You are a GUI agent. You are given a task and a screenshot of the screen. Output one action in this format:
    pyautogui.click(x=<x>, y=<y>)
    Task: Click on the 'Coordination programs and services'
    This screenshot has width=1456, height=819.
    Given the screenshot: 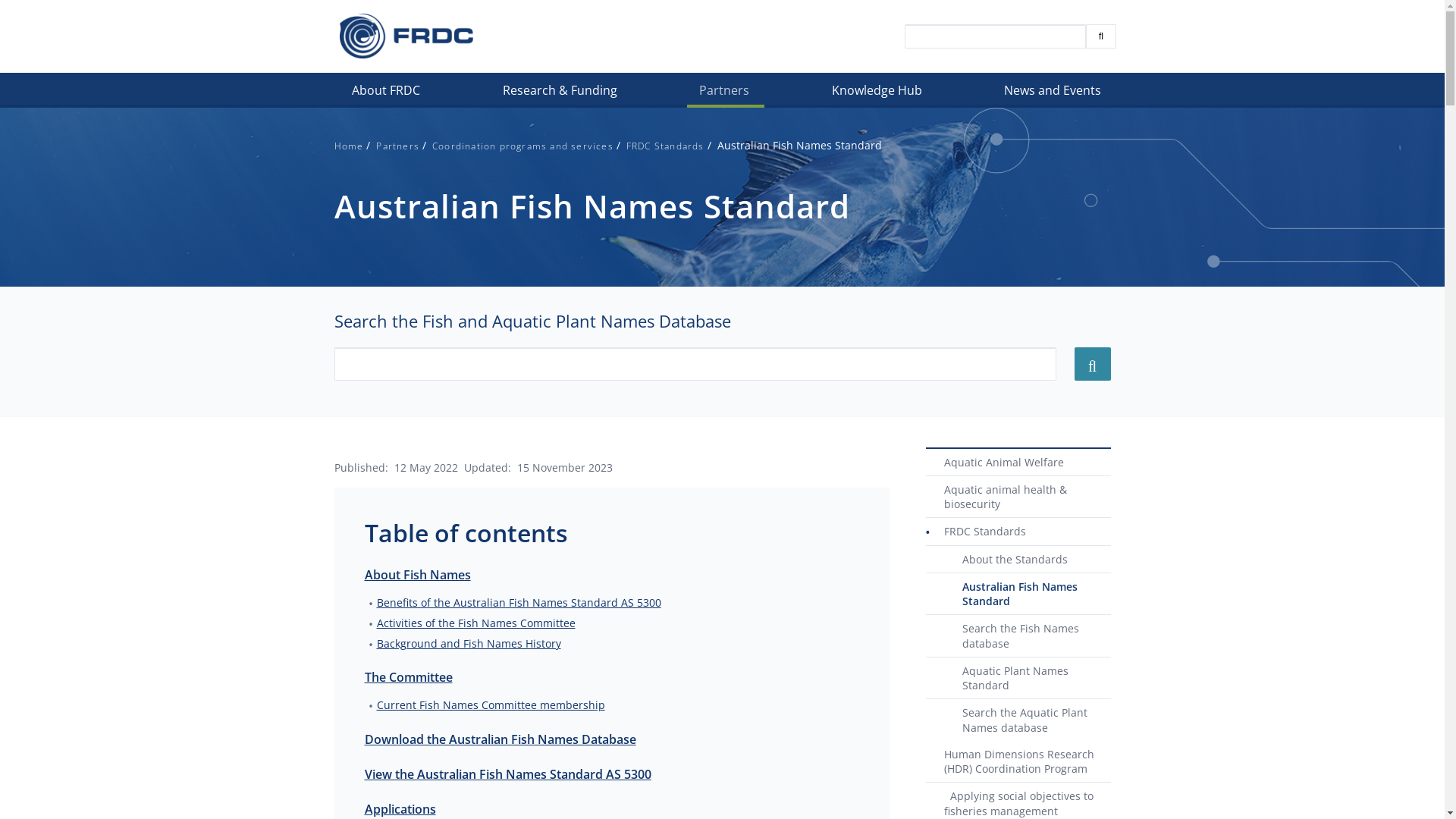 What is the action you would take?
    pyautogui.click(x=522, y=146)
    